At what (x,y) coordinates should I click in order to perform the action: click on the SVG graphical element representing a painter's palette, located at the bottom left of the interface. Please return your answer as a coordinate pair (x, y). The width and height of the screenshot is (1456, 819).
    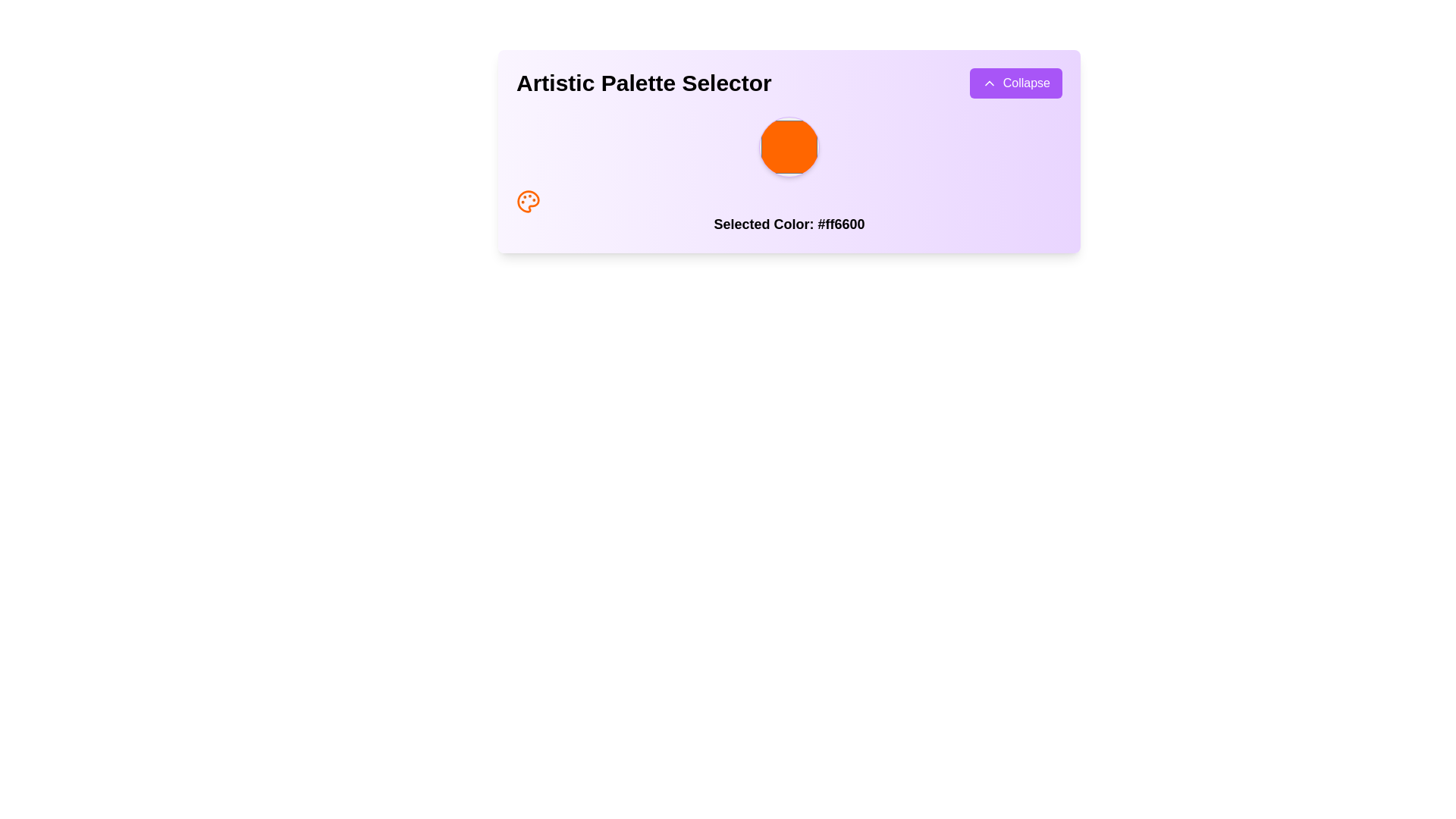
    Looking at the image, I should click on (528, 201).